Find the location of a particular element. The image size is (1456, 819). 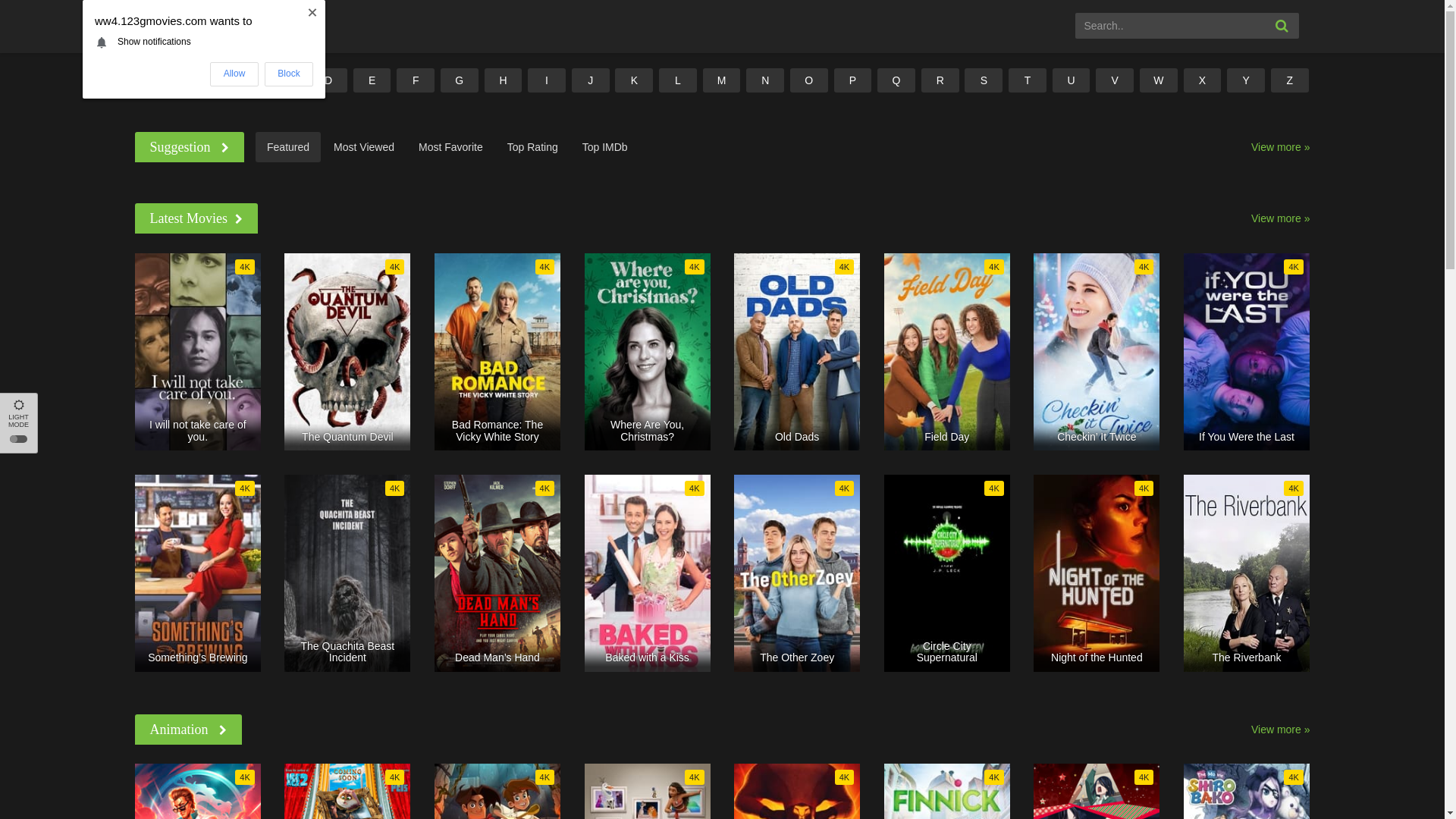

'J' is located at coordinates (589, 80).